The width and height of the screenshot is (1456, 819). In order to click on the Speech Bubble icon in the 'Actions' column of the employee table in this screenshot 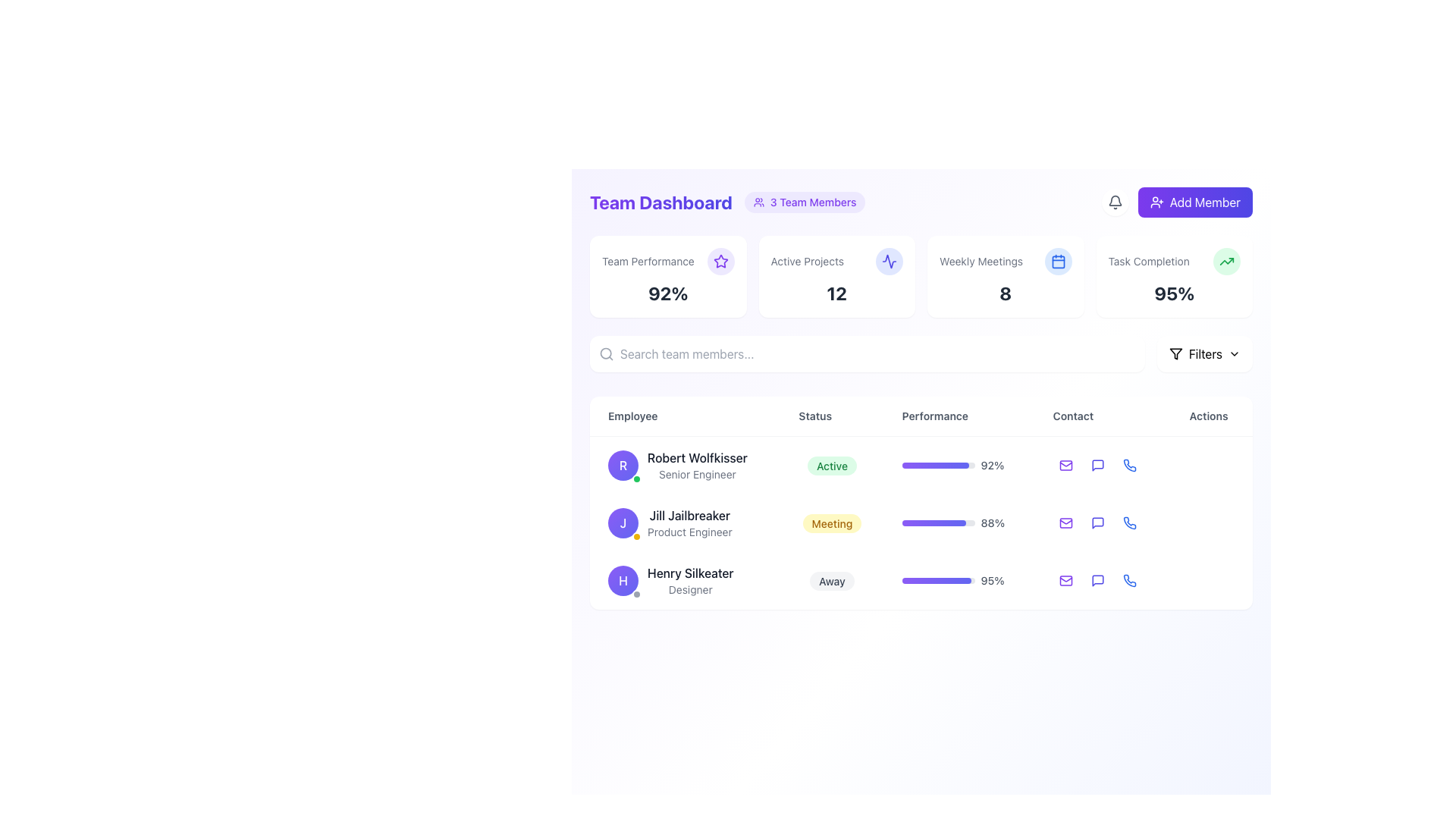, I will do `click(1097, 464)`.